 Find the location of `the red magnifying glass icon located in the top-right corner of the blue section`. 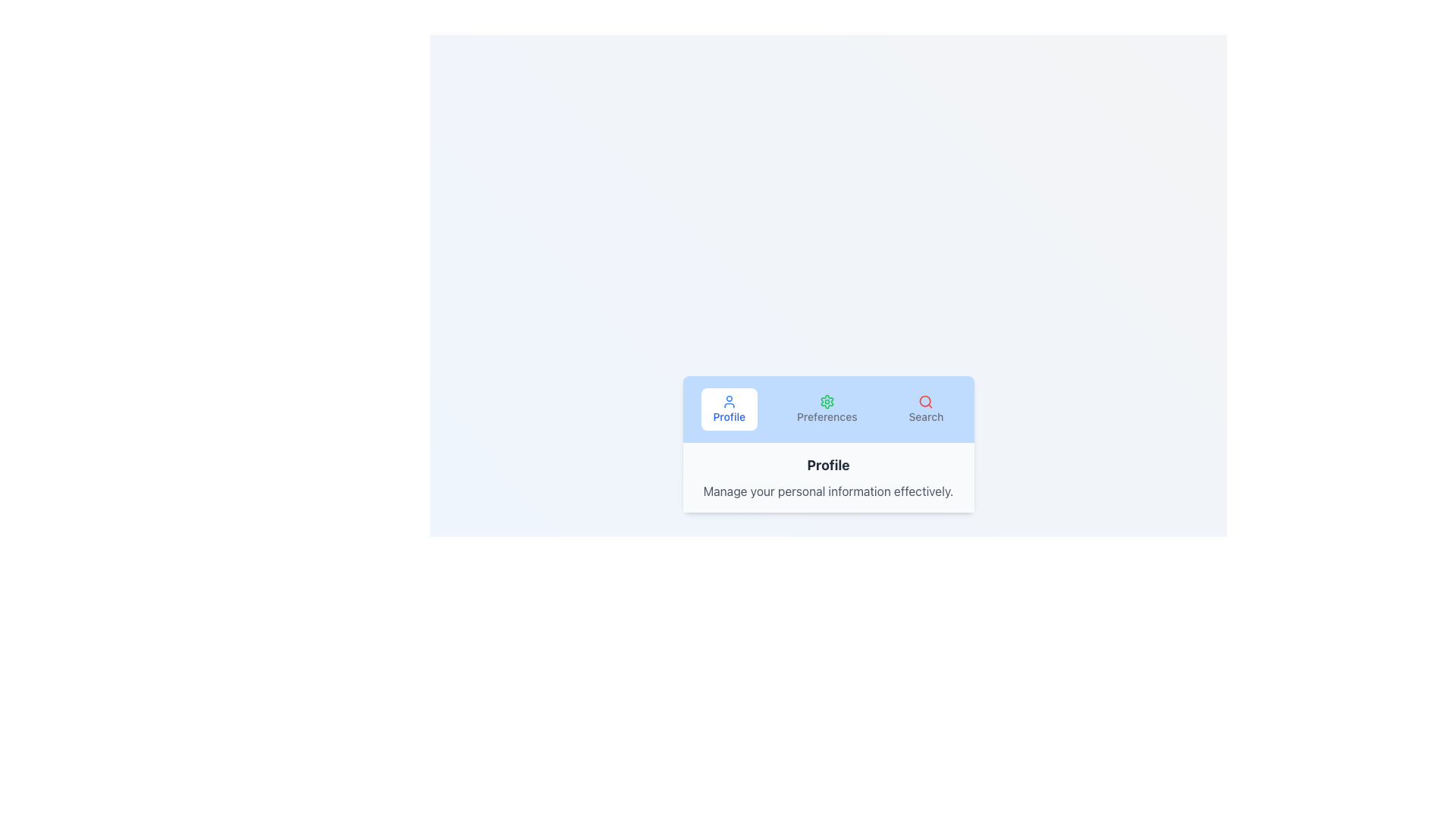

the red magnifying glass icon located in the top-right corner of the blue section is located at coordinates (925, 400).